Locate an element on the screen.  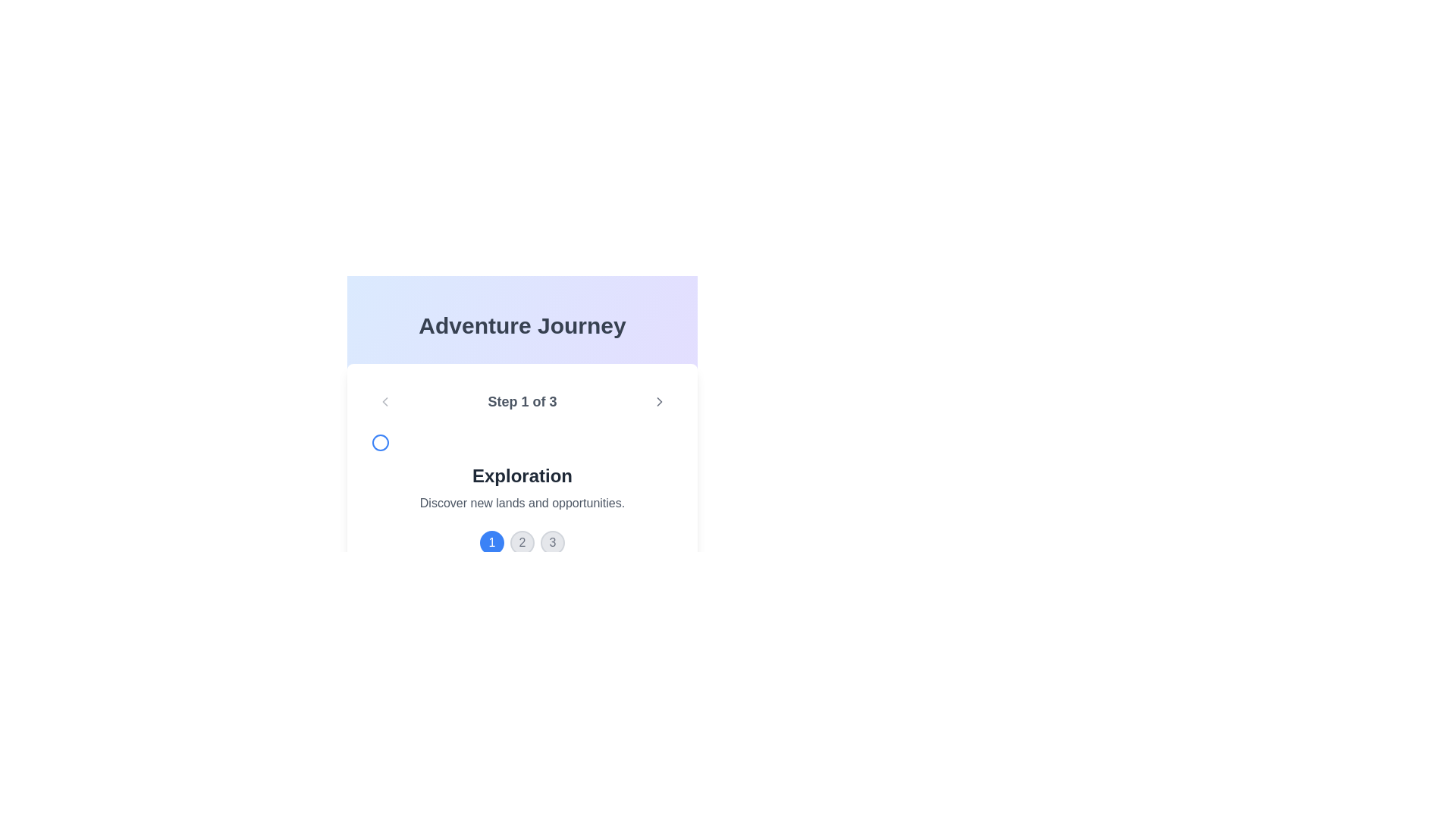
the right-pointing chevron icon embedded inside the button to observe visual feedback is located at coordinates (659, 400).